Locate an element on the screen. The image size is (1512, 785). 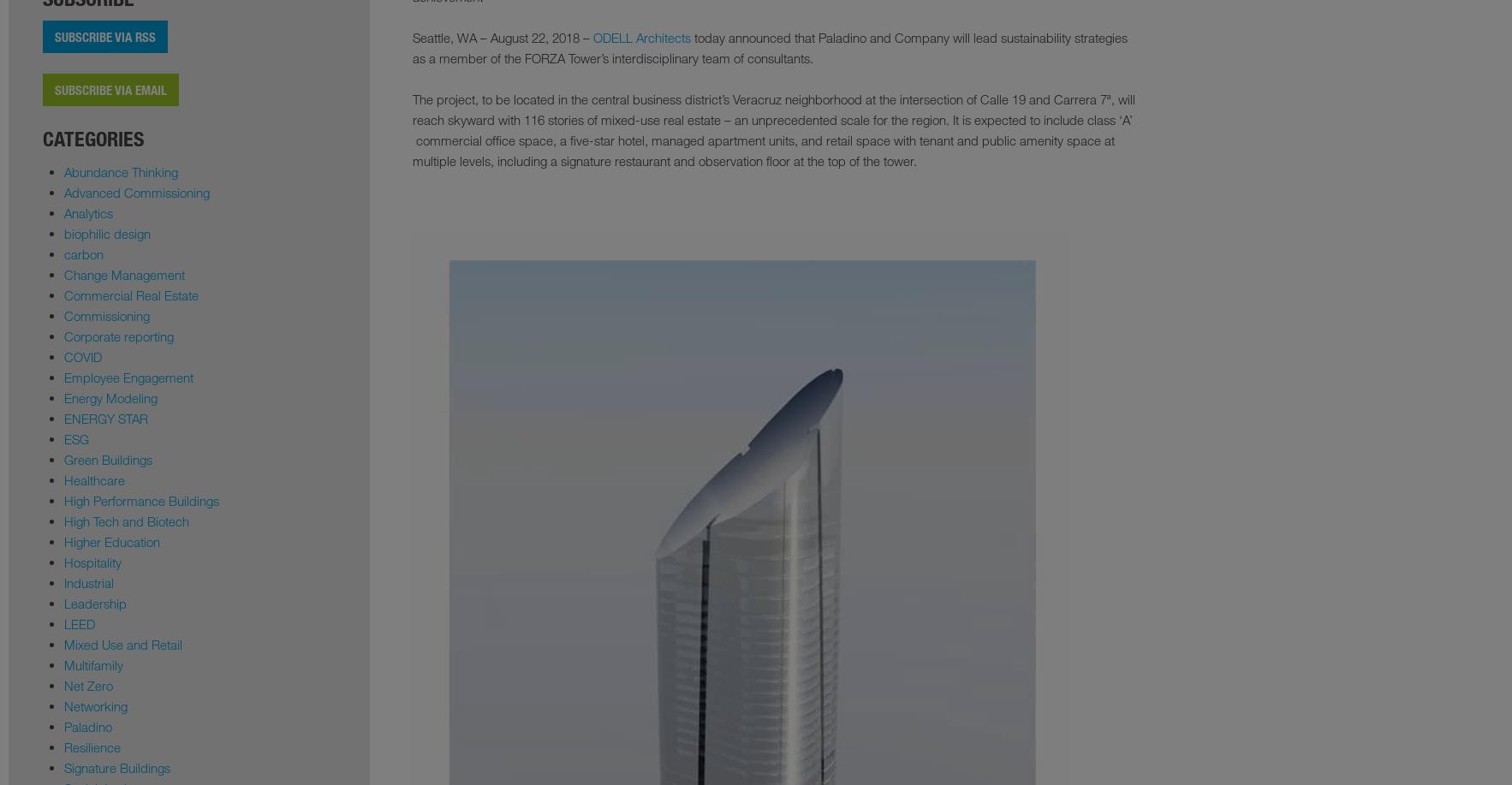
'High Performance Buildings' is located at coordinates (140, 500).